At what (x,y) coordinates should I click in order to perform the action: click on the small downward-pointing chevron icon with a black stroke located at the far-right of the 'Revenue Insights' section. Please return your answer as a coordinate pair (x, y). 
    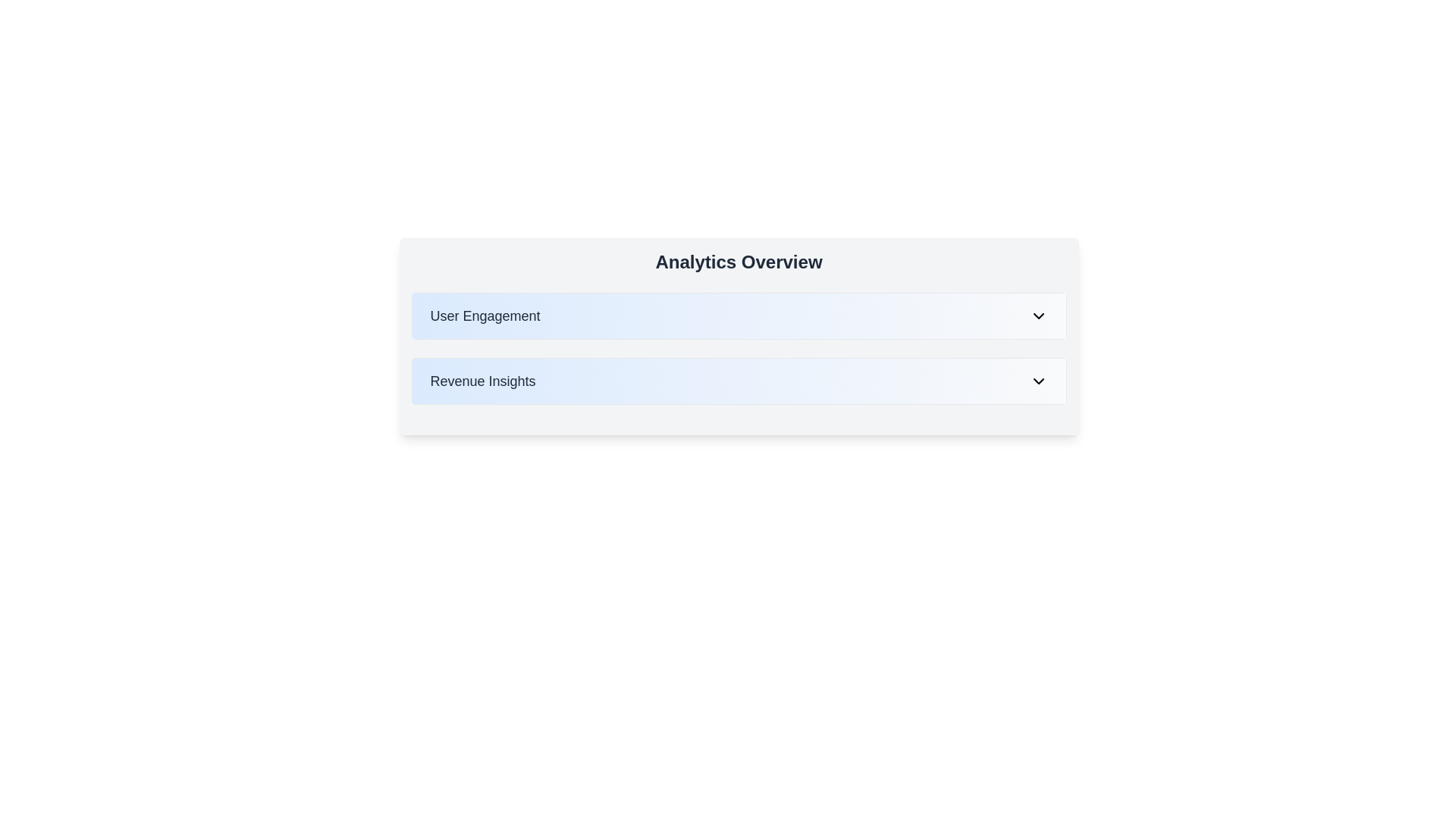
    Looking at the image, I should click on (1037, 380).